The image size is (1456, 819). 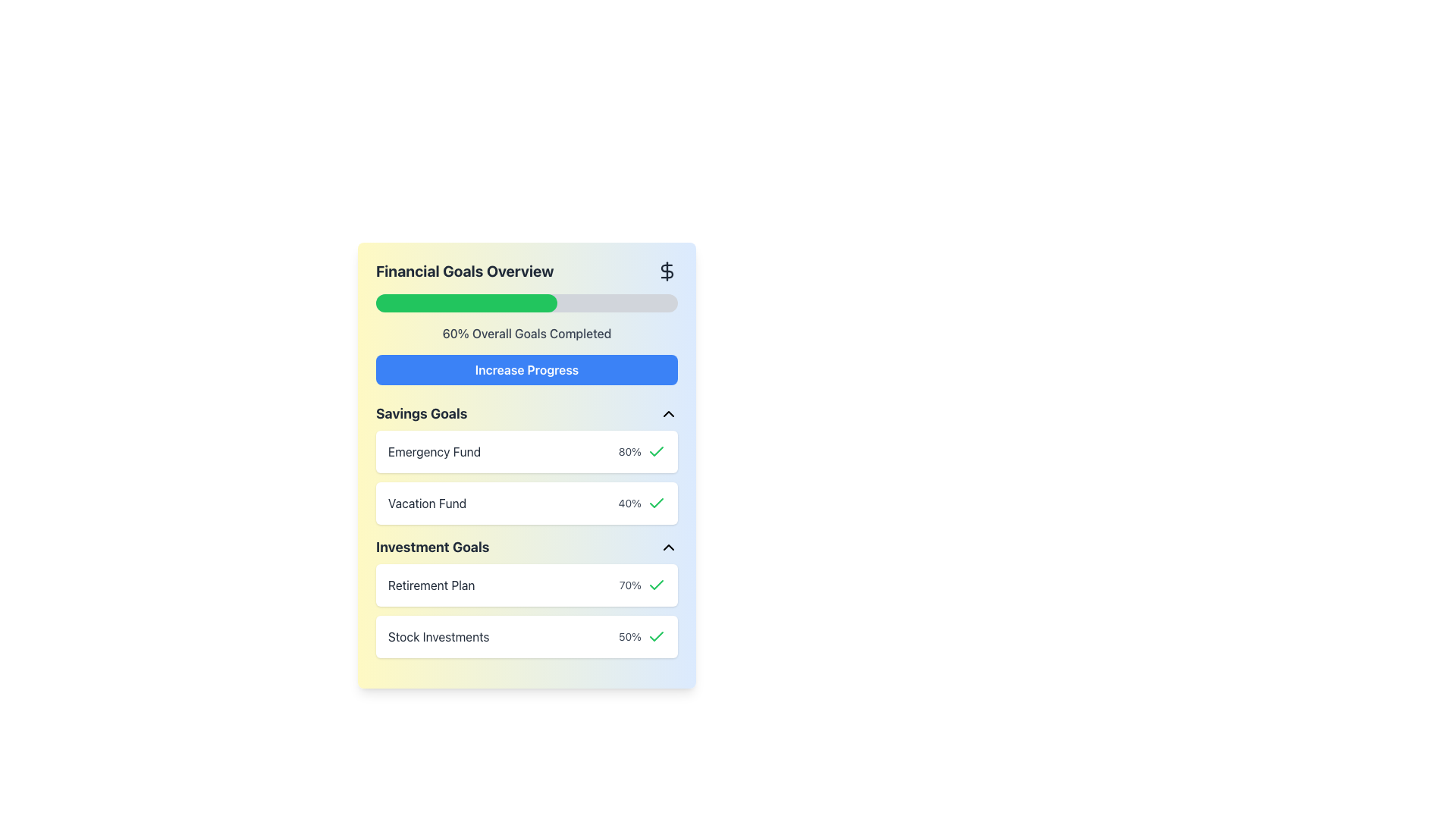 What do you see at coordinates (527, 370) in the screenshot?
I see `the button in the 'Financial Goals Overview' section` at bounding box center [527, 370].